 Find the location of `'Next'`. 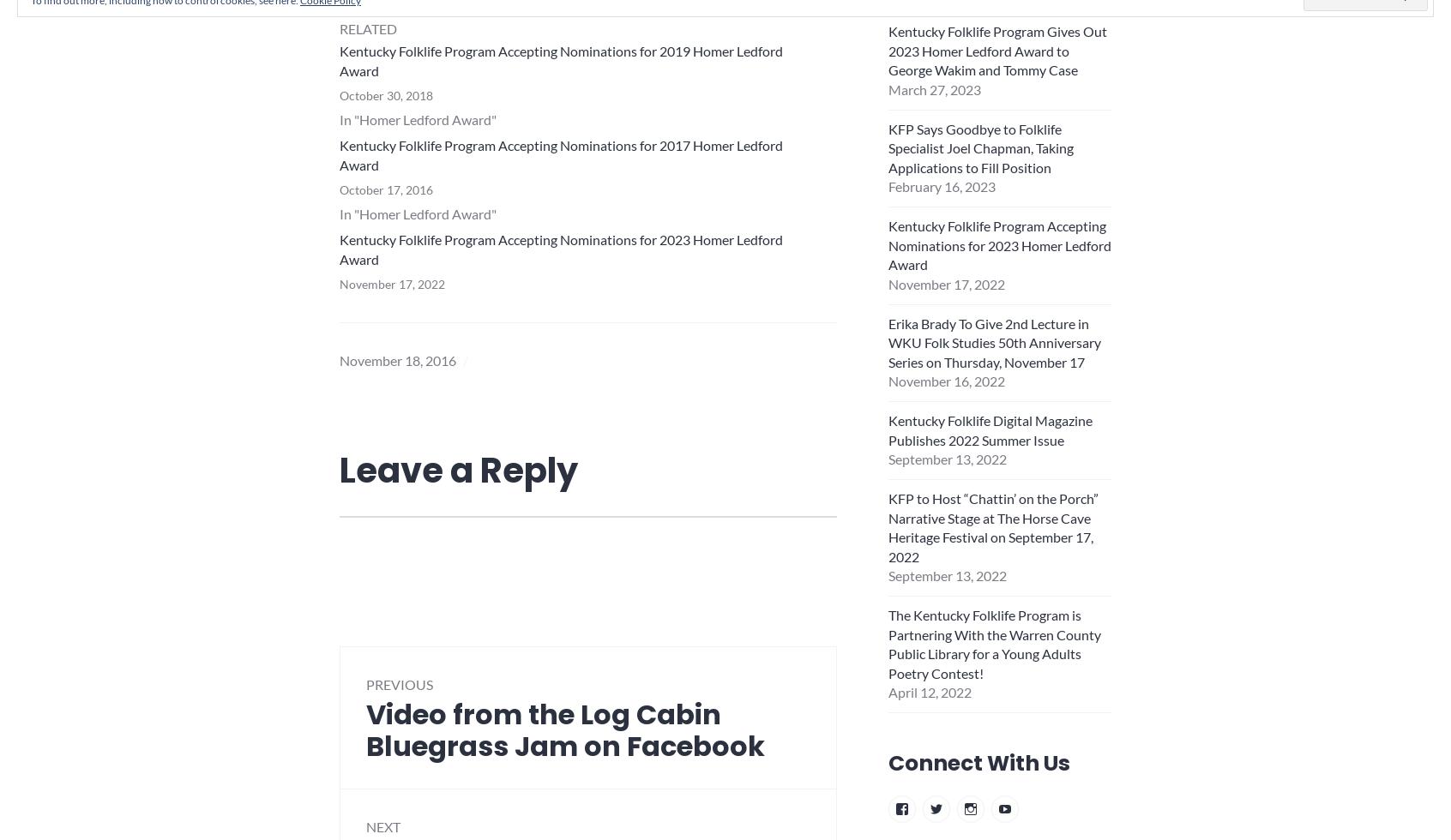

'Next' is located at coordinates (382, 826).